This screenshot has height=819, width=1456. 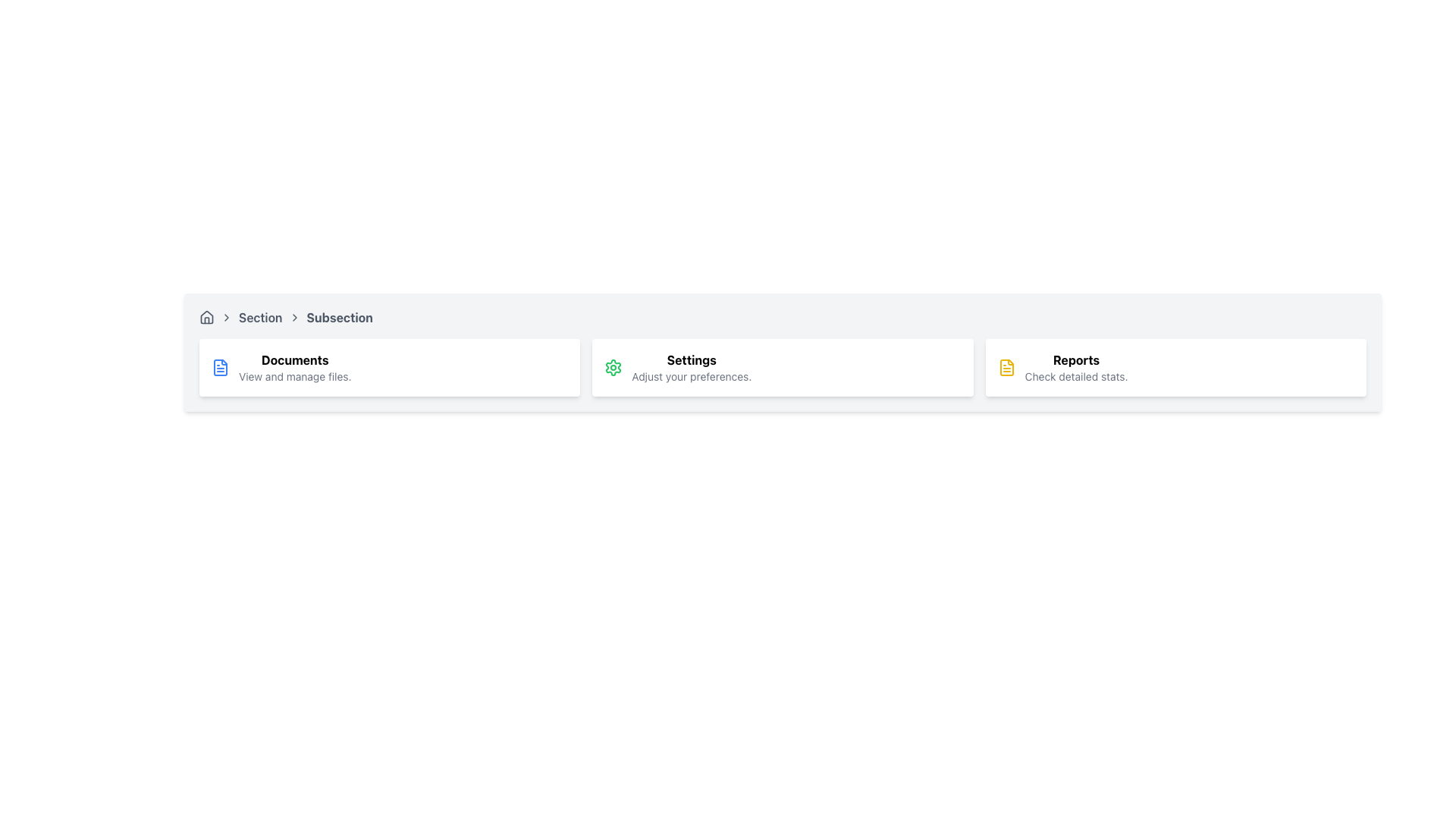 What do you see at coordinates (691, 359) in the screenshot?
I see `text from the 'Settings' title Text Label, which is centrally positioned above the descriptive text in a card-styled layout` at bounding box center [691, 359].